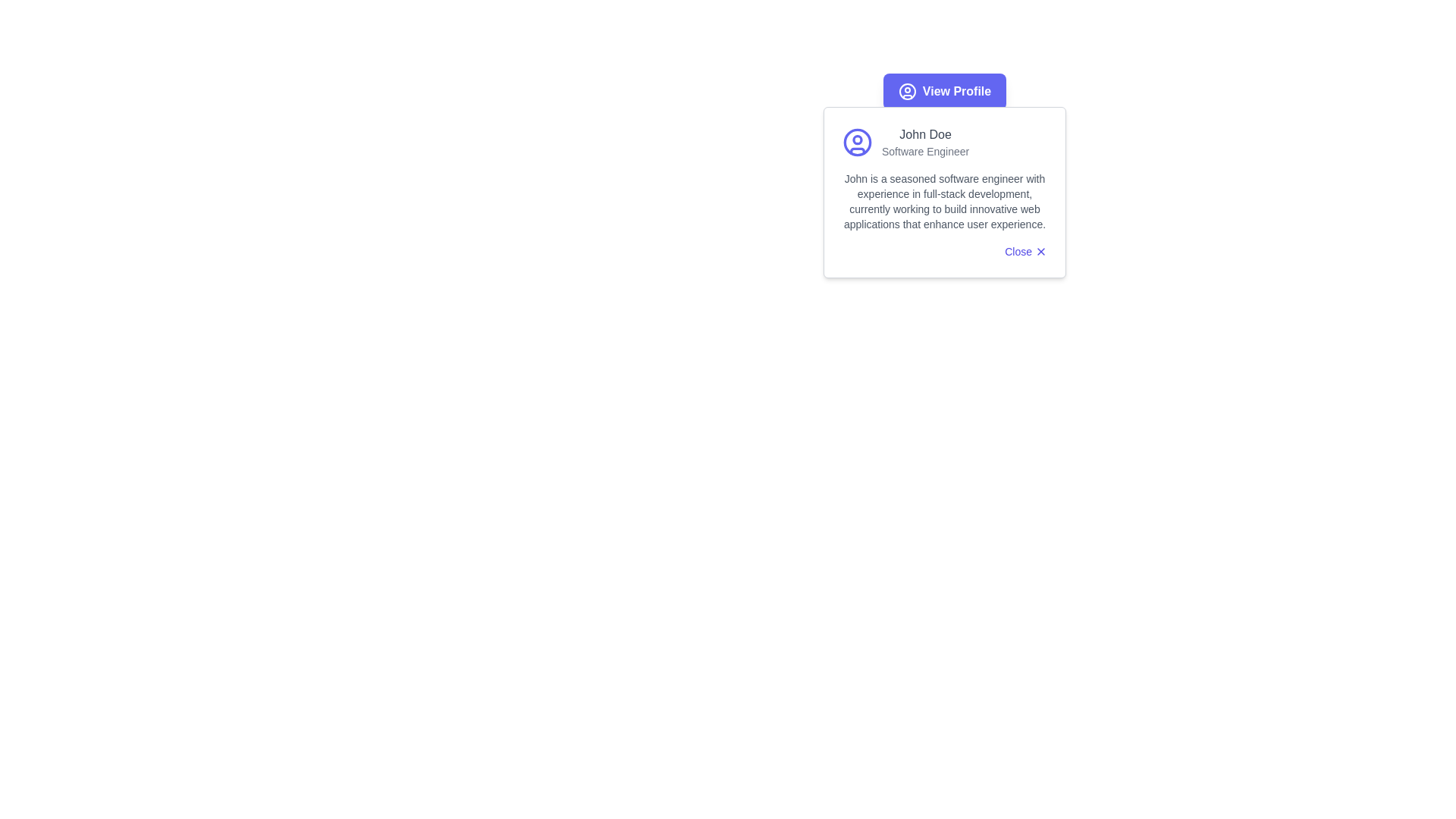  I want to click on the circular user icon with an indigo hue located at the top-left corner of the profile card, so click(858, 143).